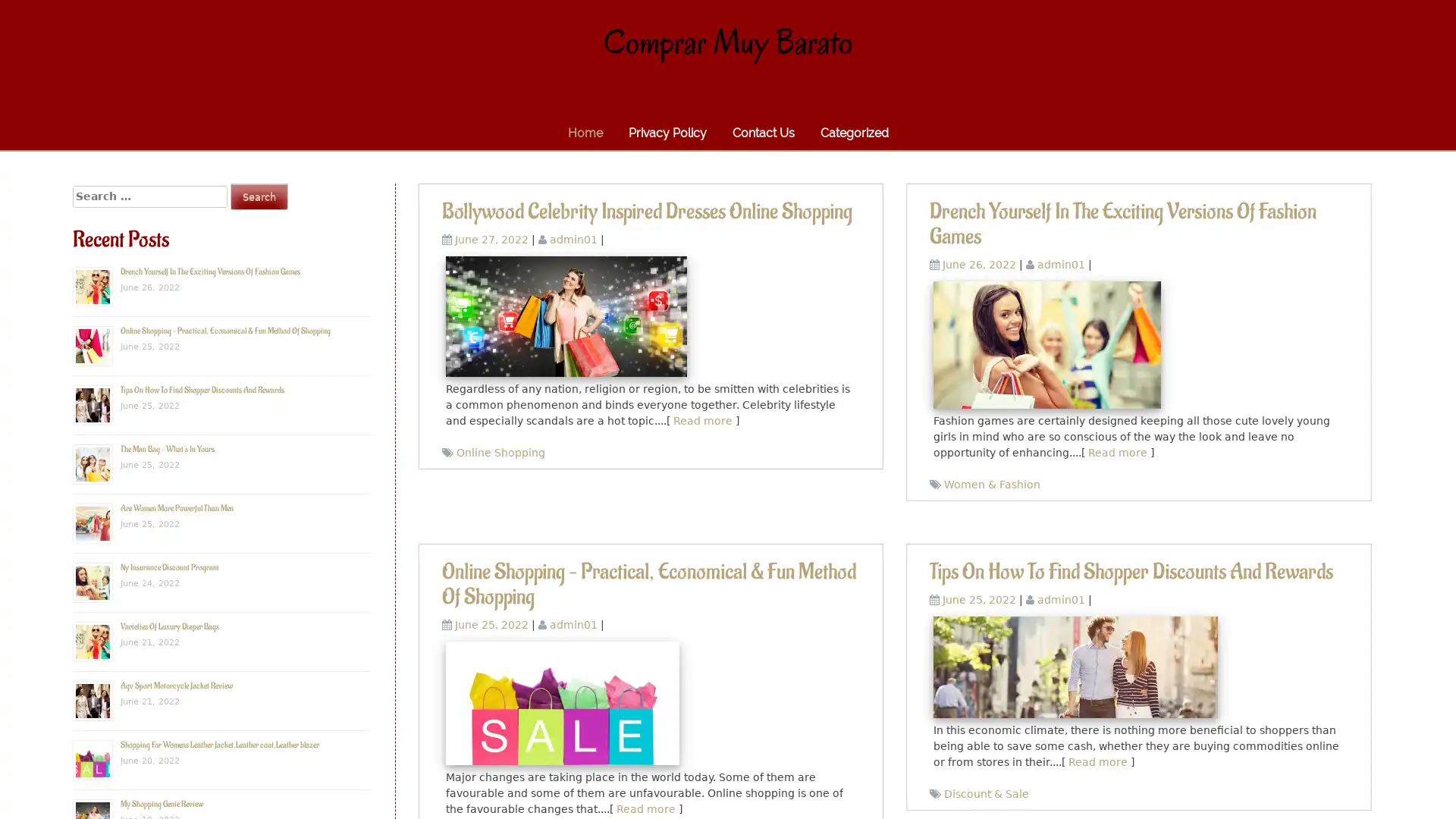  What do you see at coordinates (259, 196) in the screenshot?
I see `Search` at bounding box center [259, 196].